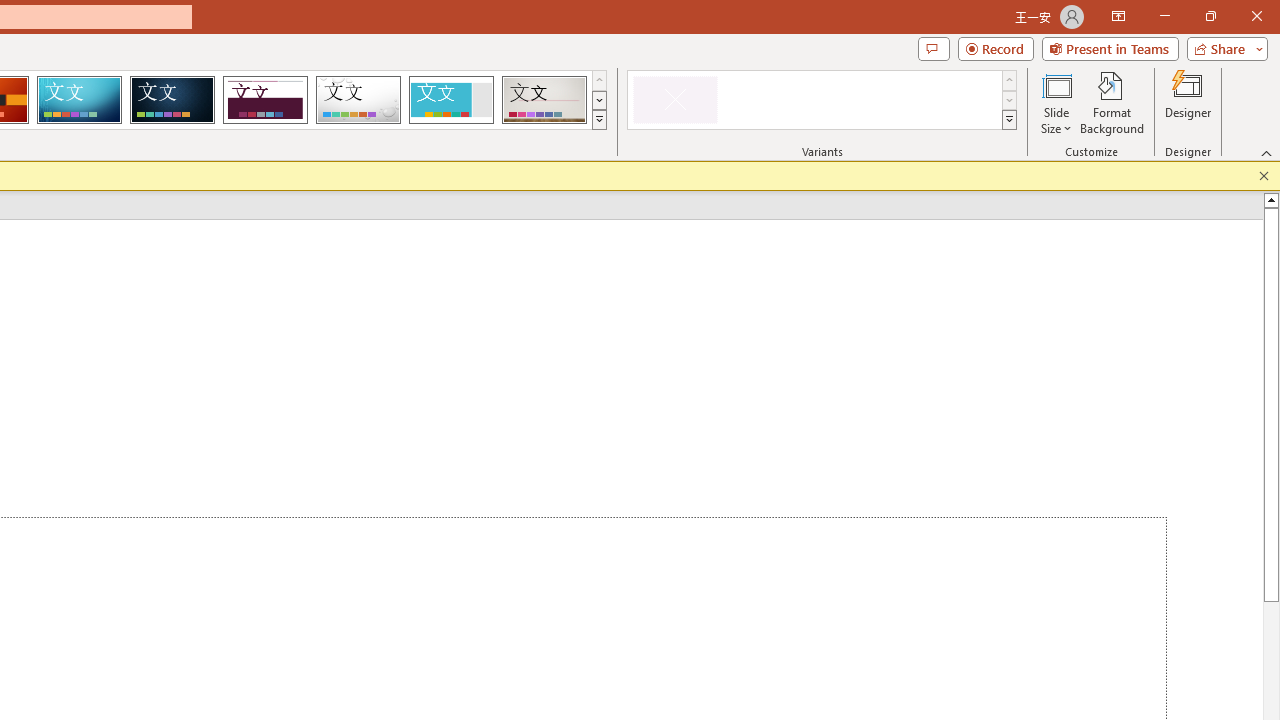  Describe the element at coordinates (1109, 47) in the screenshot. I see `'Present in Teams'` at that location.